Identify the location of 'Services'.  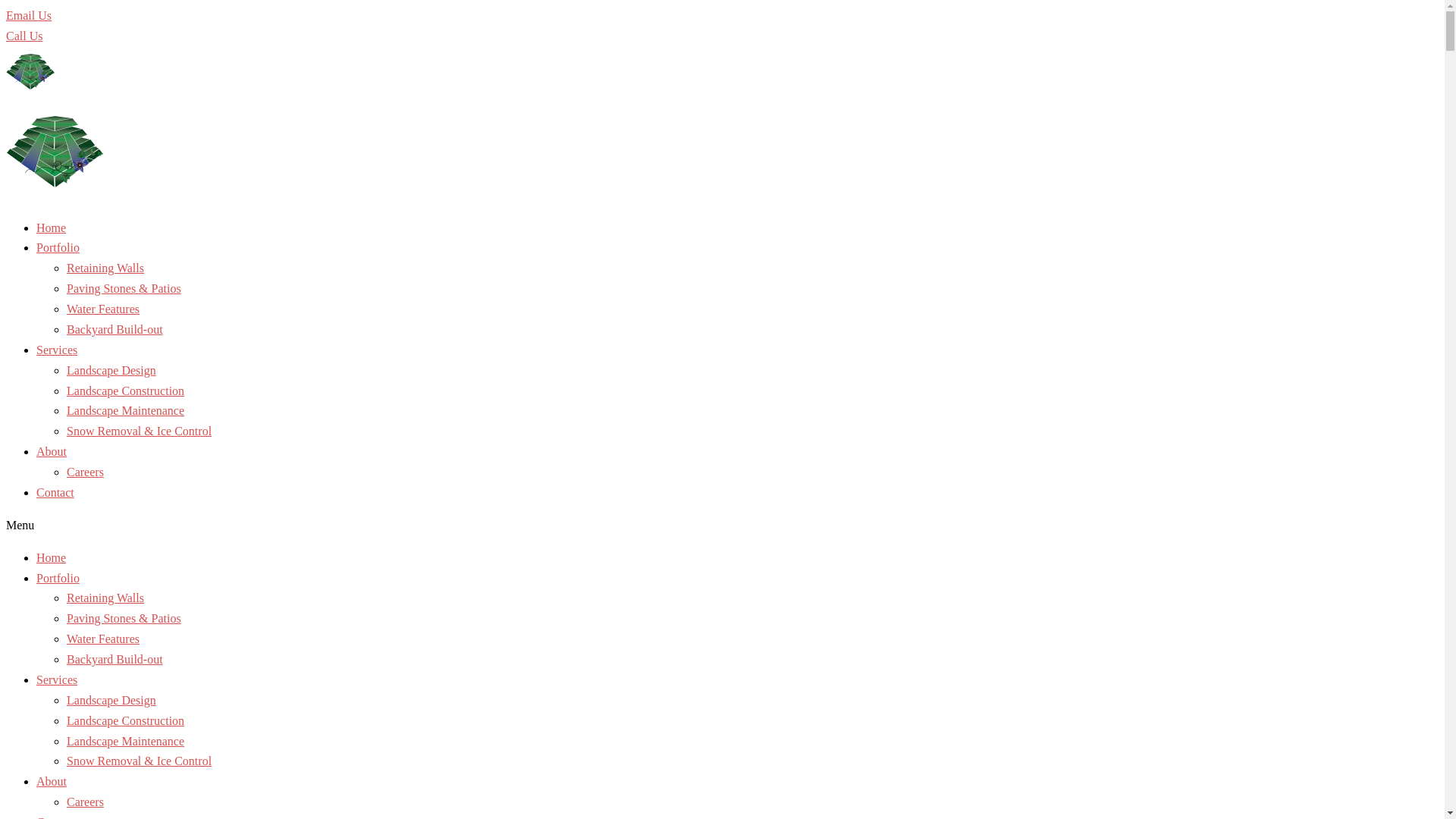
(57, 350).